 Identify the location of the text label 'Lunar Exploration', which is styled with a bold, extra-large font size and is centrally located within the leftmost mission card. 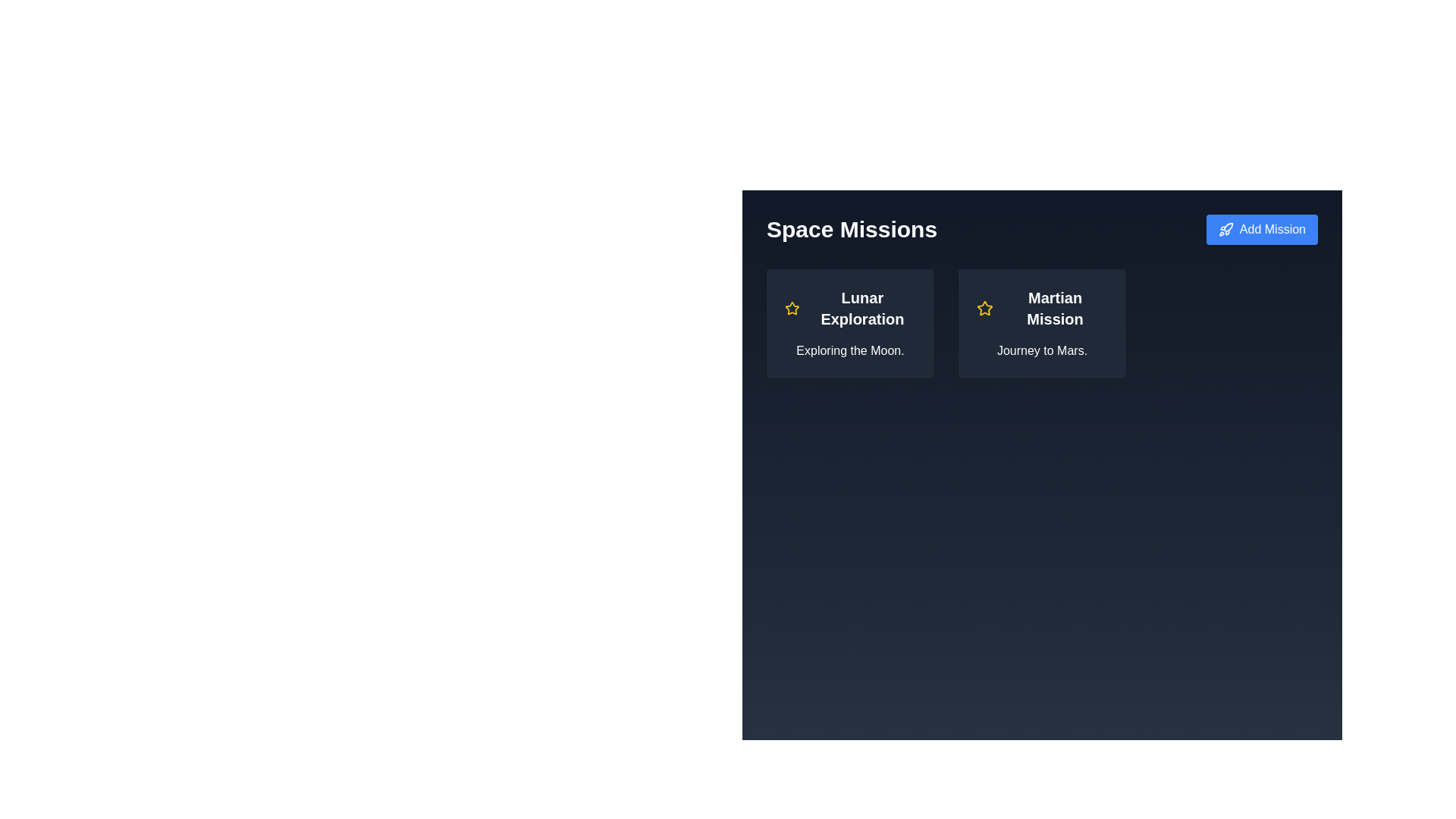
(862, 308).